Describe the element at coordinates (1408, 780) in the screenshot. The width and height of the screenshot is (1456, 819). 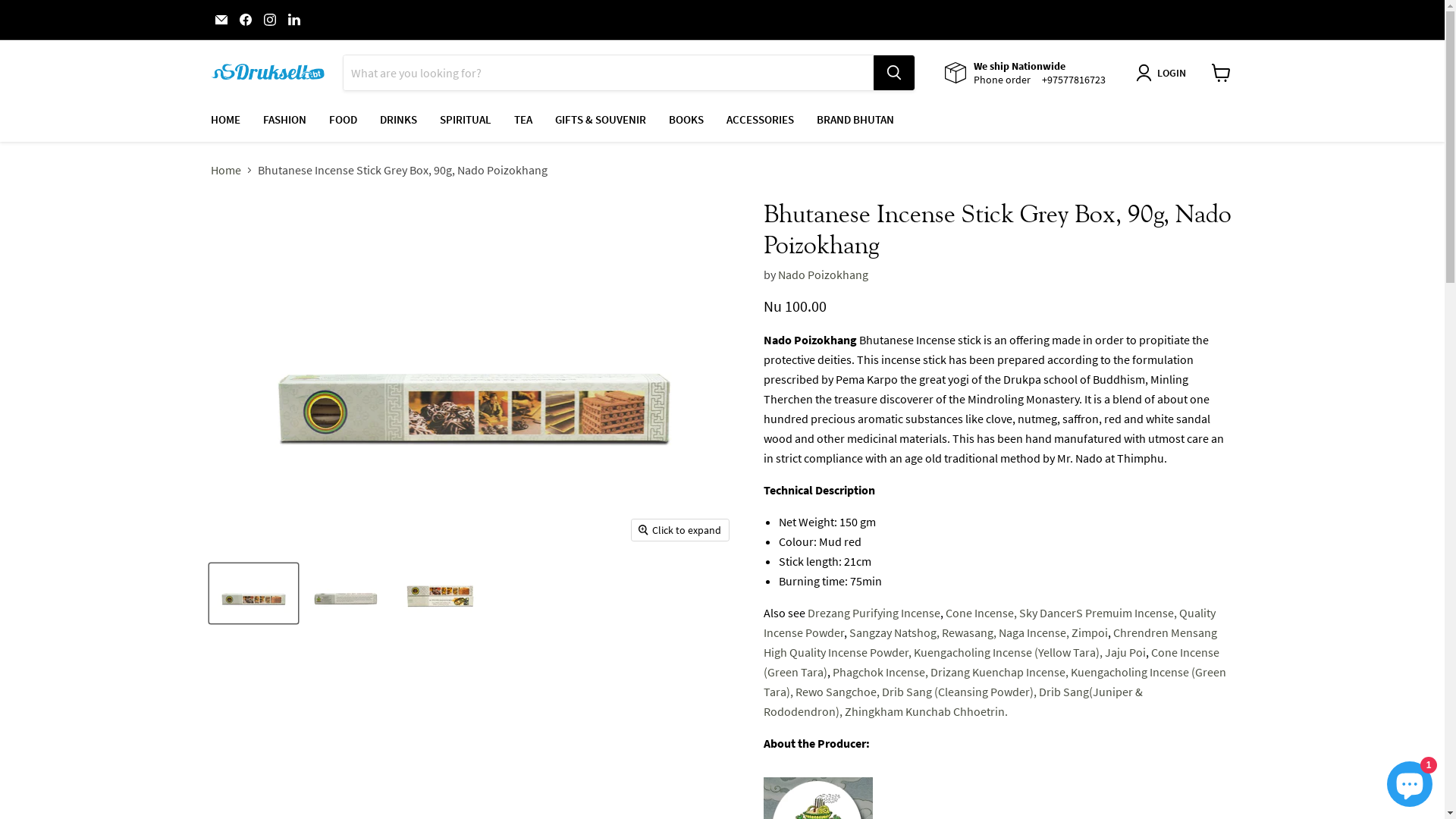
I see `'Shopify online store chat'` at that location.